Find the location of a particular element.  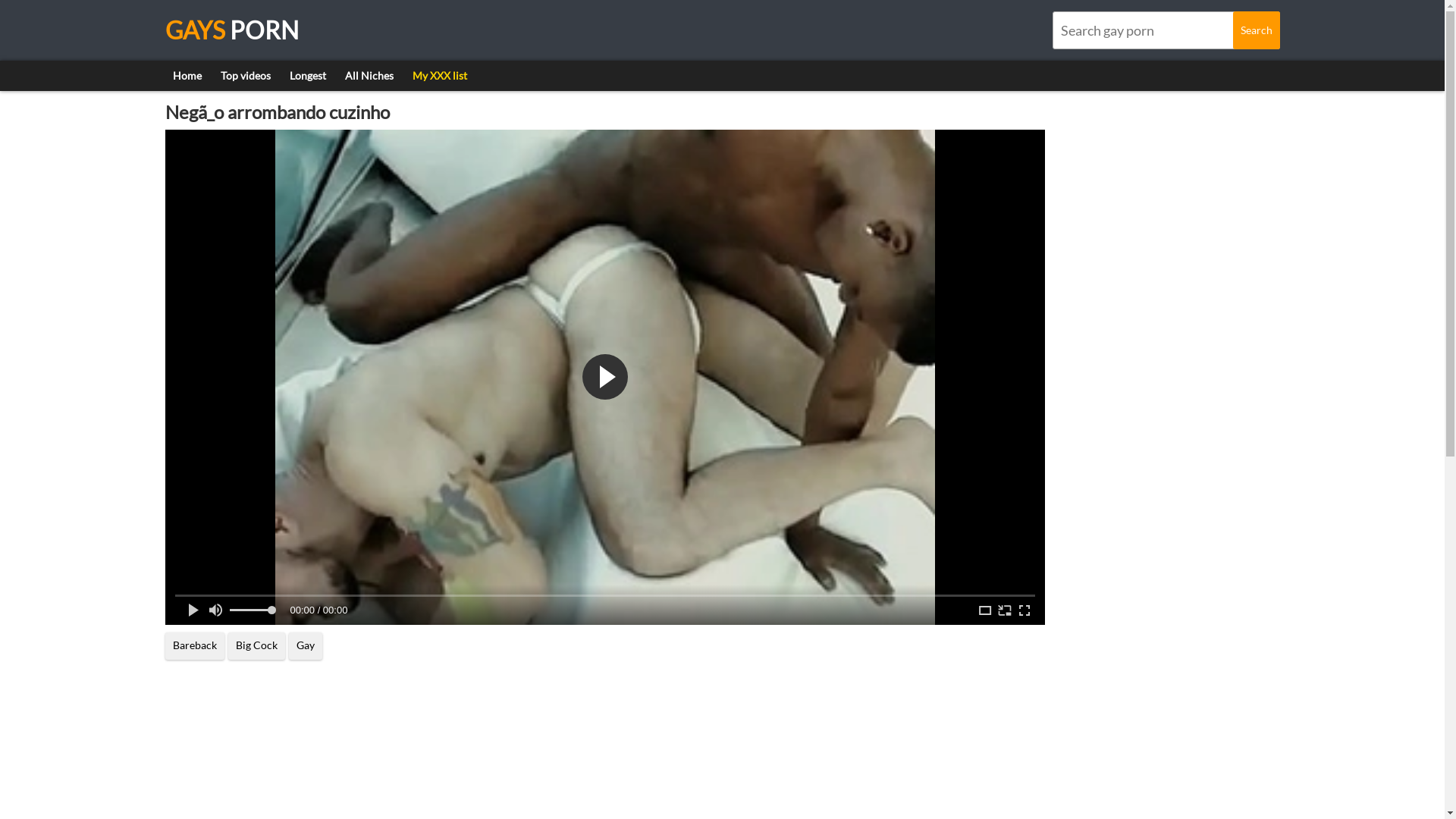

'All Niches' is located at coordinates (368, 76).